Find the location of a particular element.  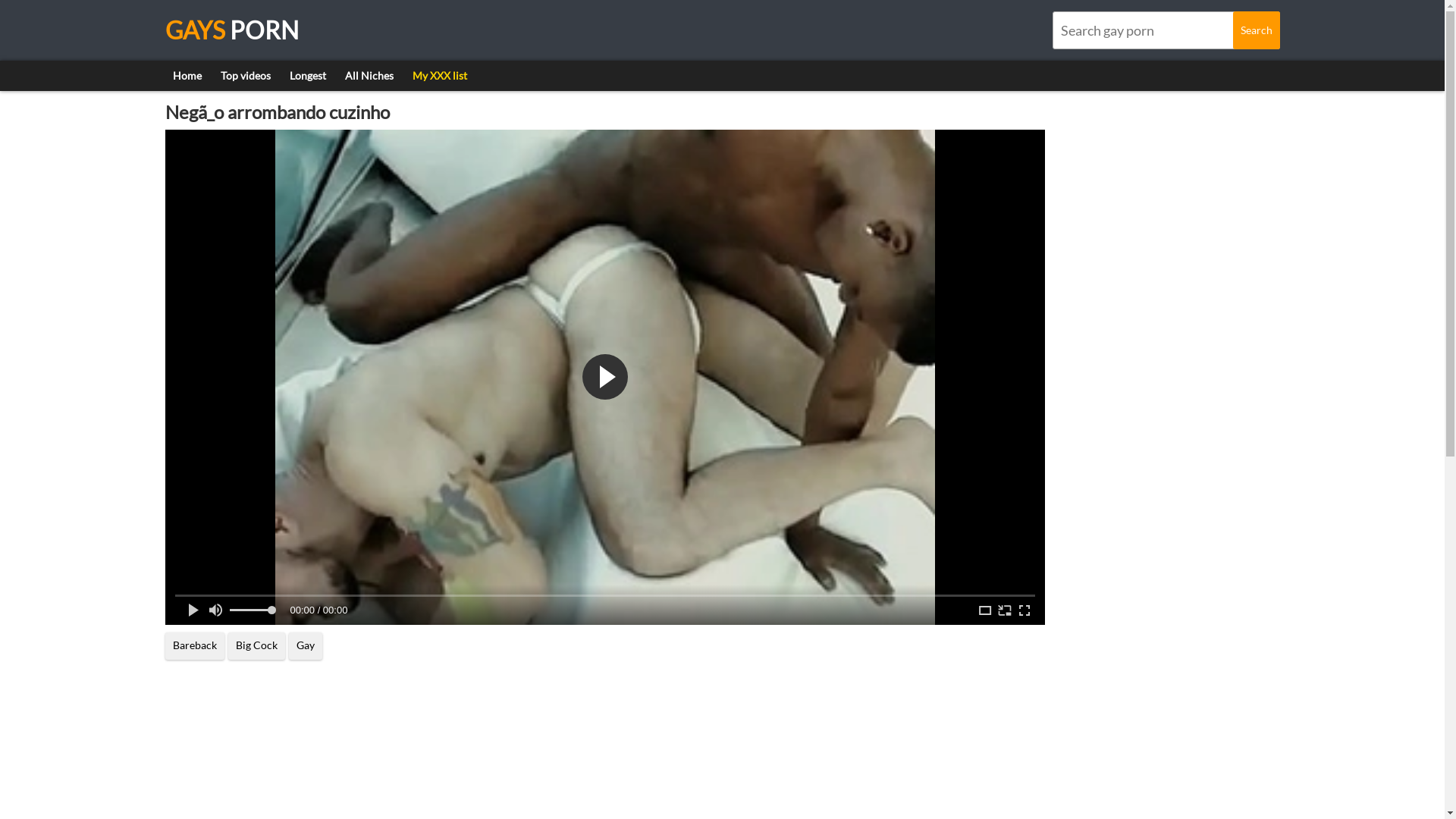

'All Niches' is located at coordinates (368, 76).